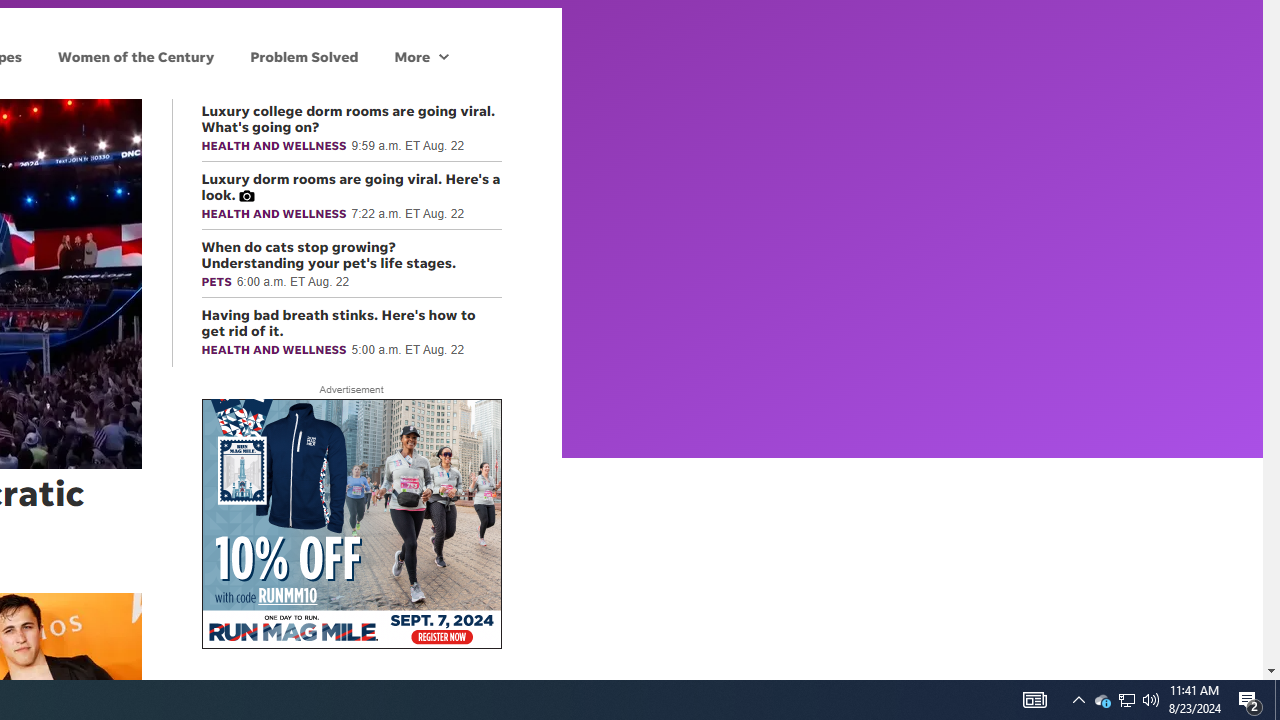  Describe the element at coordinates (420, 55) in the screenshot. I see `'More life navigation'` at that location.